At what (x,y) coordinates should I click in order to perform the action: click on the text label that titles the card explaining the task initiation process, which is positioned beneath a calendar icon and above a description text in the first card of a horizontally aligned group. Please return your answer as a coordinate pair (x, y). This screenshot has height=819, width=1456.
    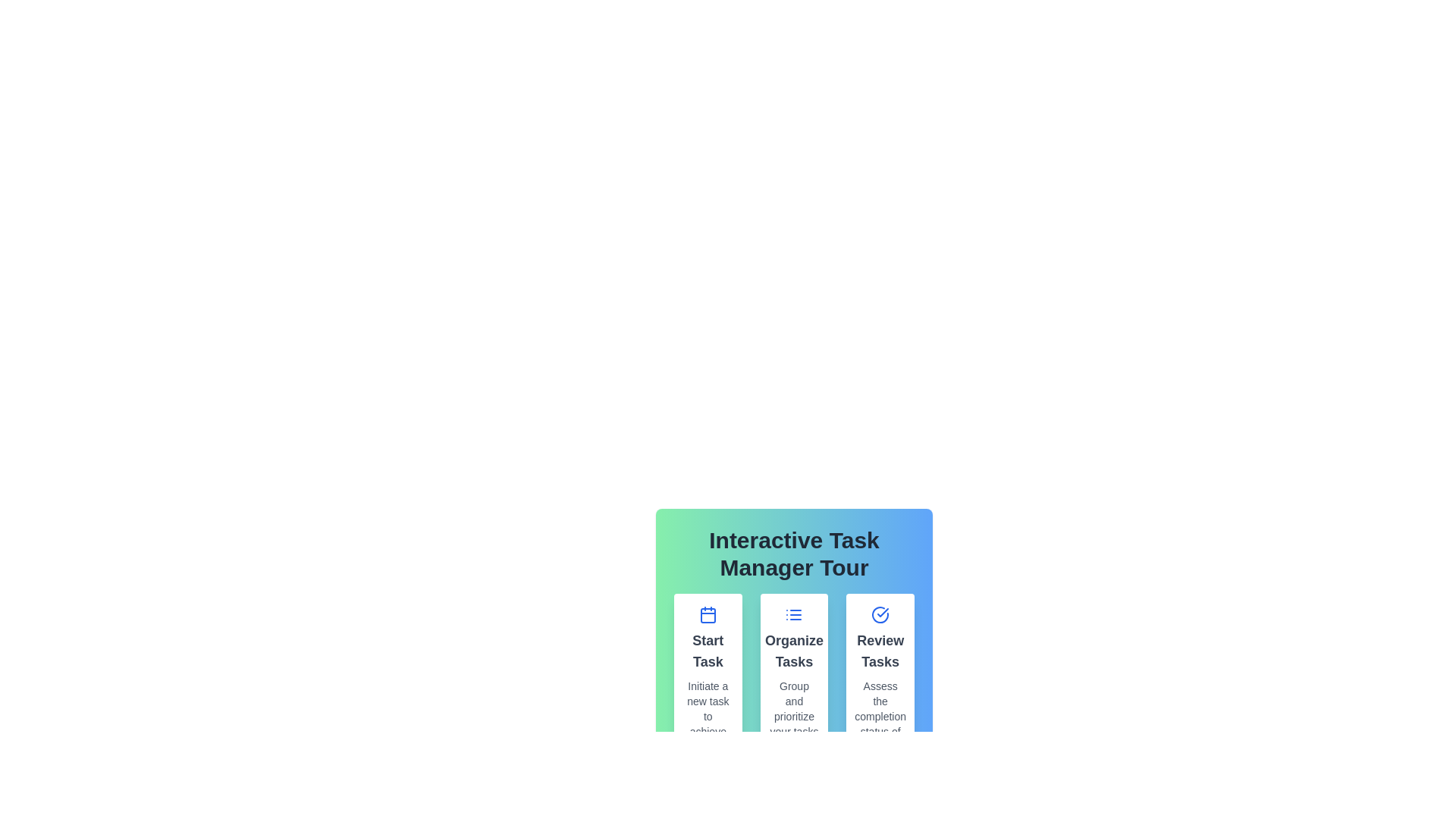
    Looking at the image, I should click on (707, 651).